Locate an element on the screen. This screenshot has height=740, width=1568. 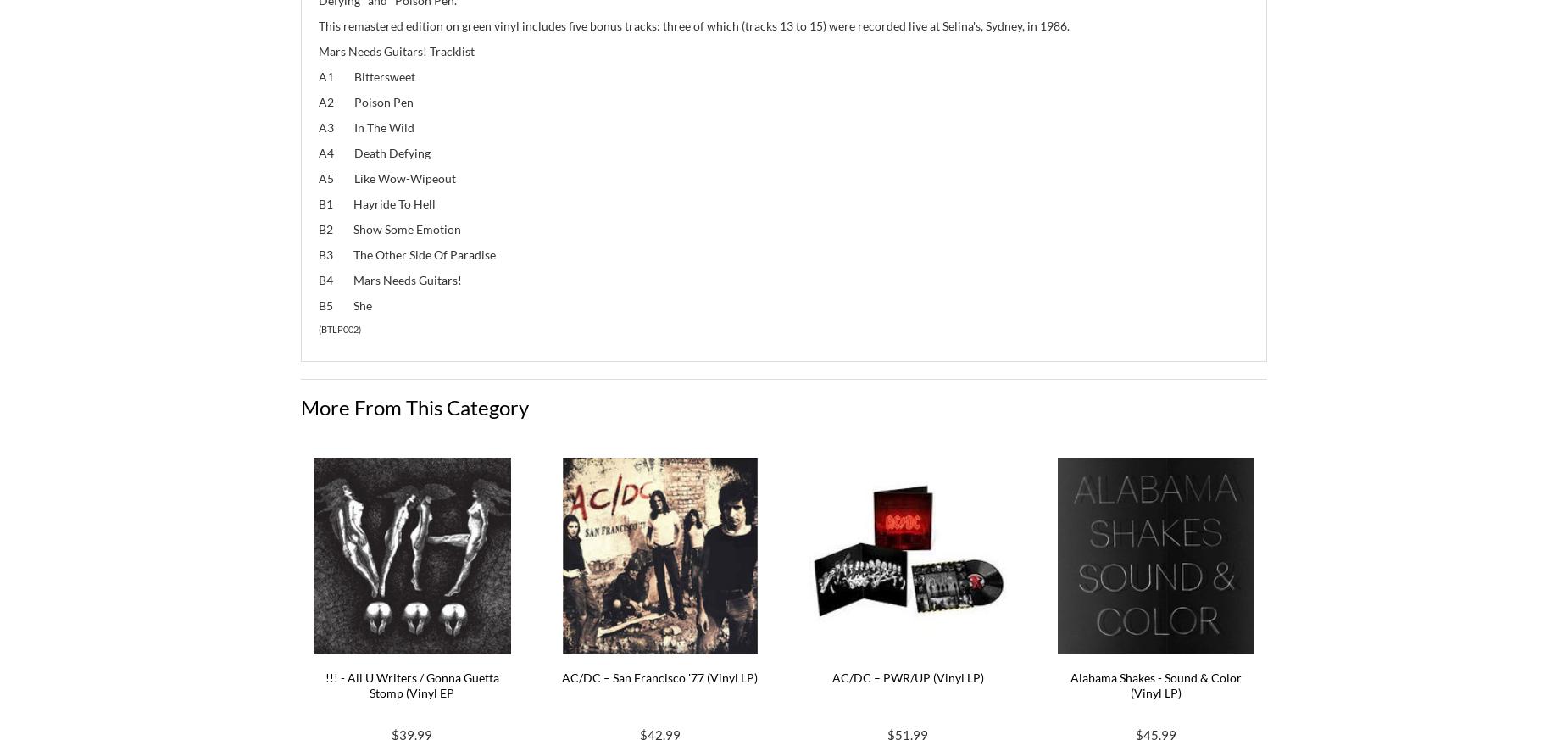
'This remastered edition on green vinyl includes five bonus tracks: three of which (tracks 13 to 15) were recorded live at Selina's, Sydney, in 1986.' is located at coordinates (693, 24).